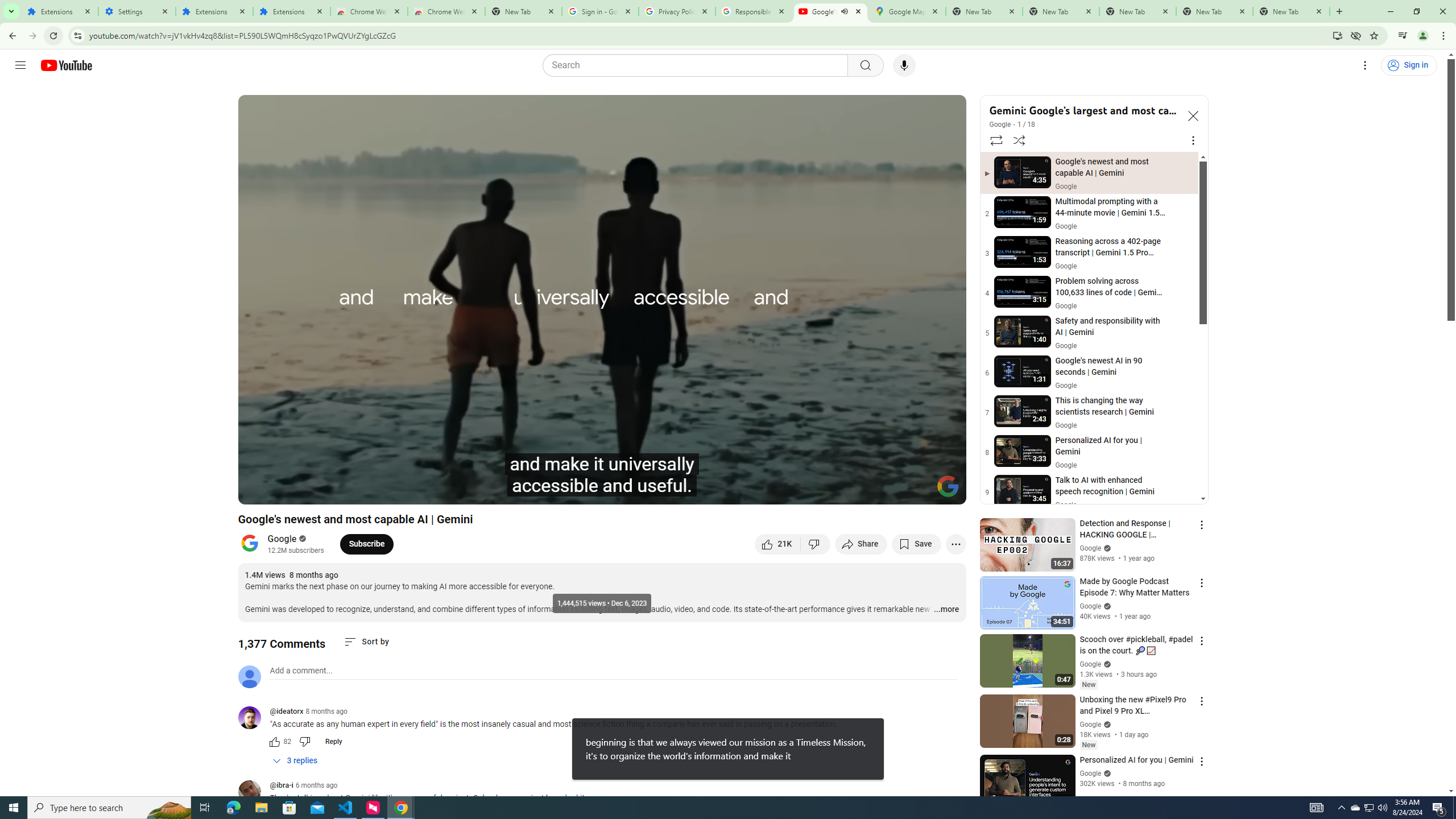  What do you see at coordinates (259, 490) in the screenshot?
I see `'Previous (SHIFT+p)'` at bounding box center [259, 490].